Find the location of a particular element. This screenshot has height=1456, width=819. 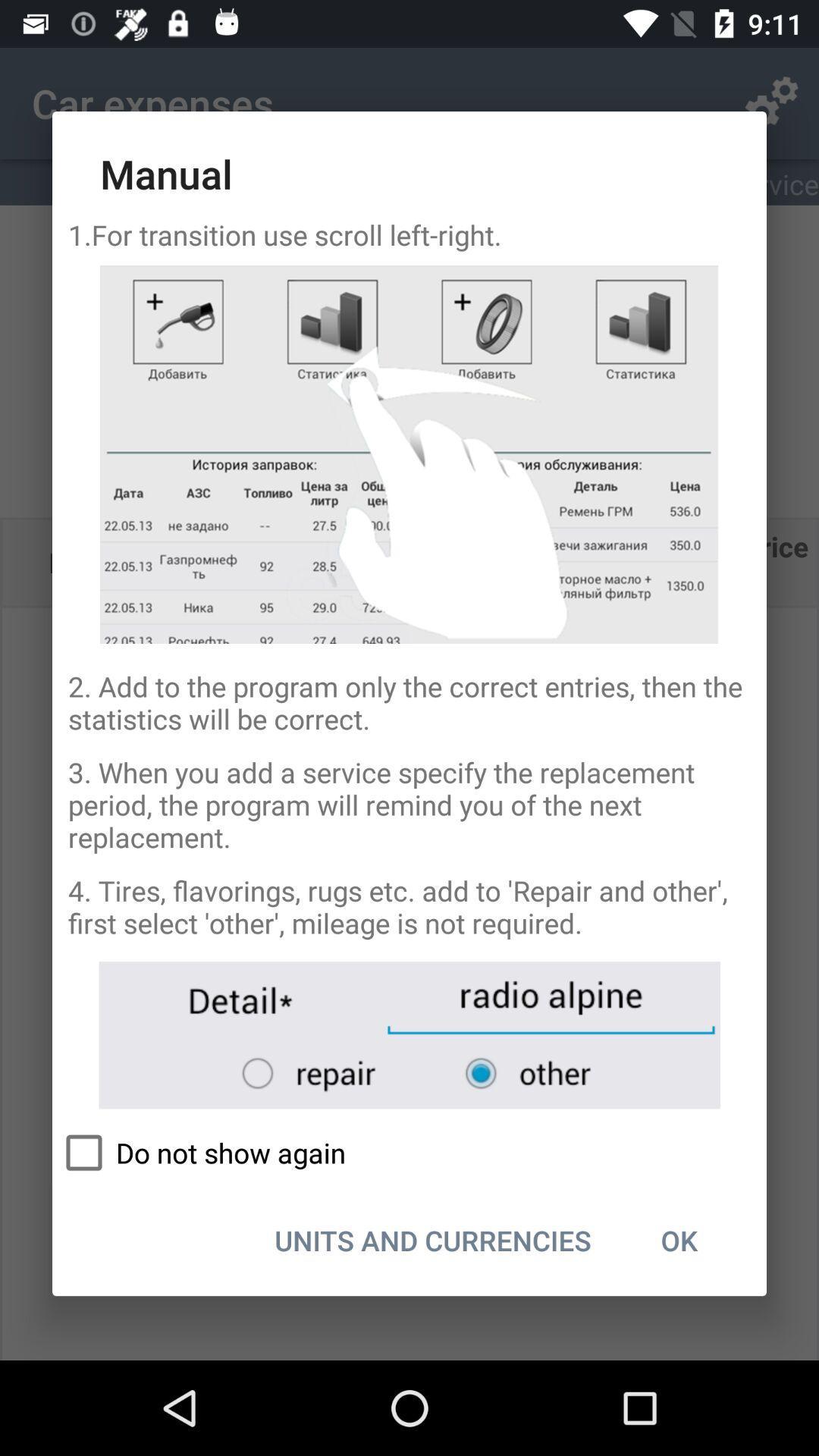

item below the do not show icon is located at coordinates (433, 1240).